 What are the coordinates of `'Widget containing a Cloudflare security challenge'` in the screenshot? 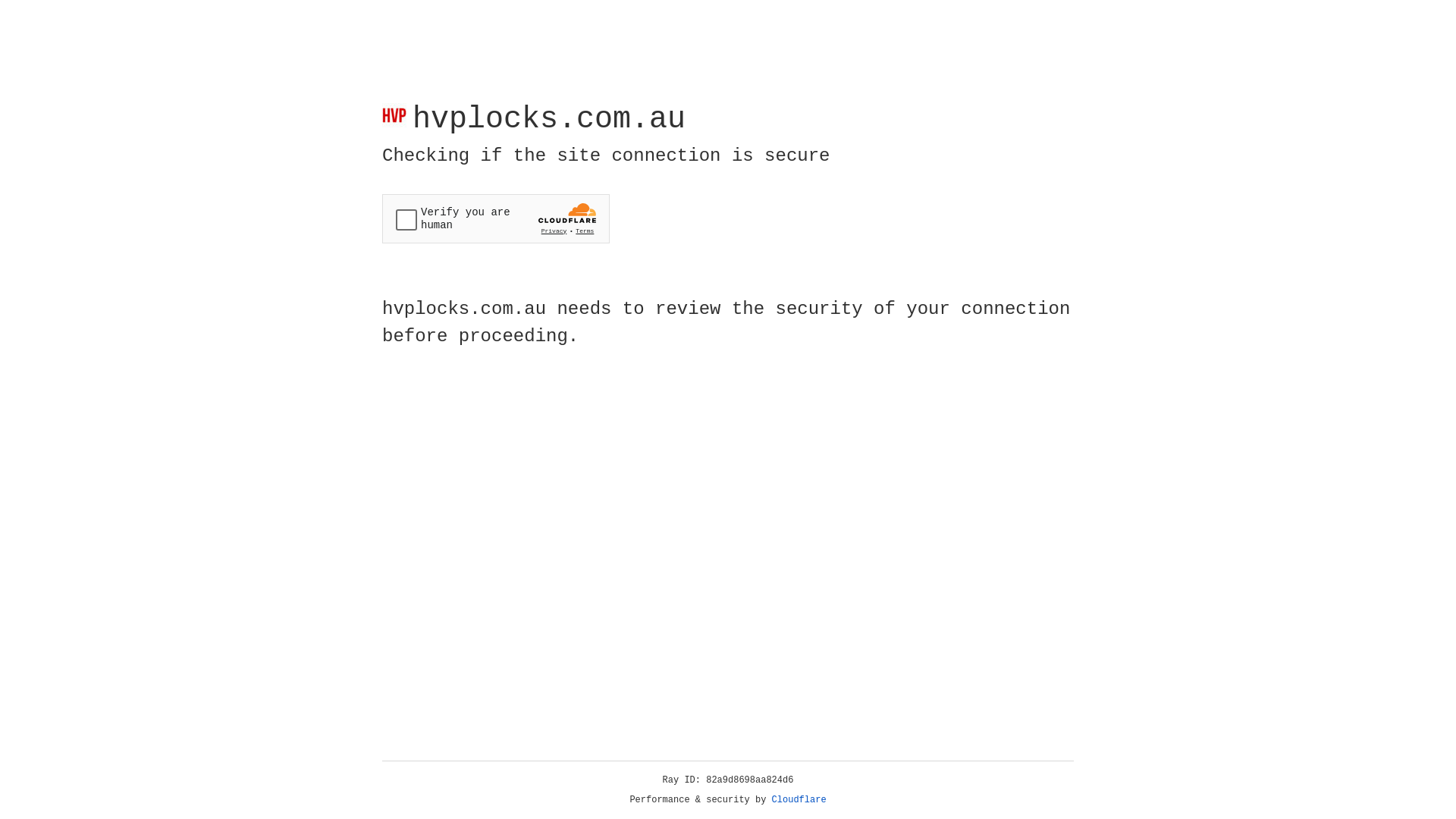 It's located at (495, 218).